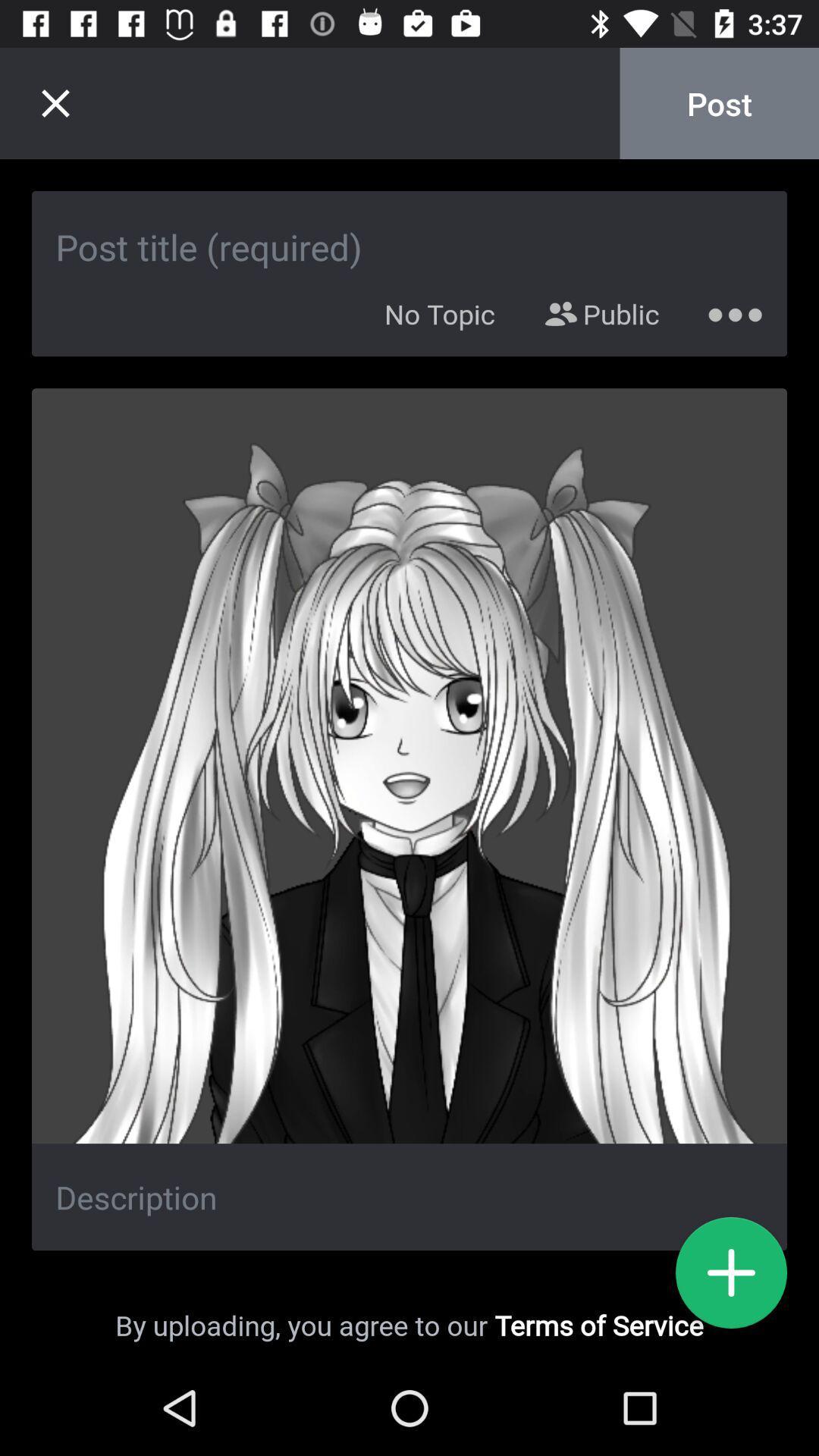 Image resolution: width=819 pixels, height=1456 pixels. I want to click on close, so click(55, 102).